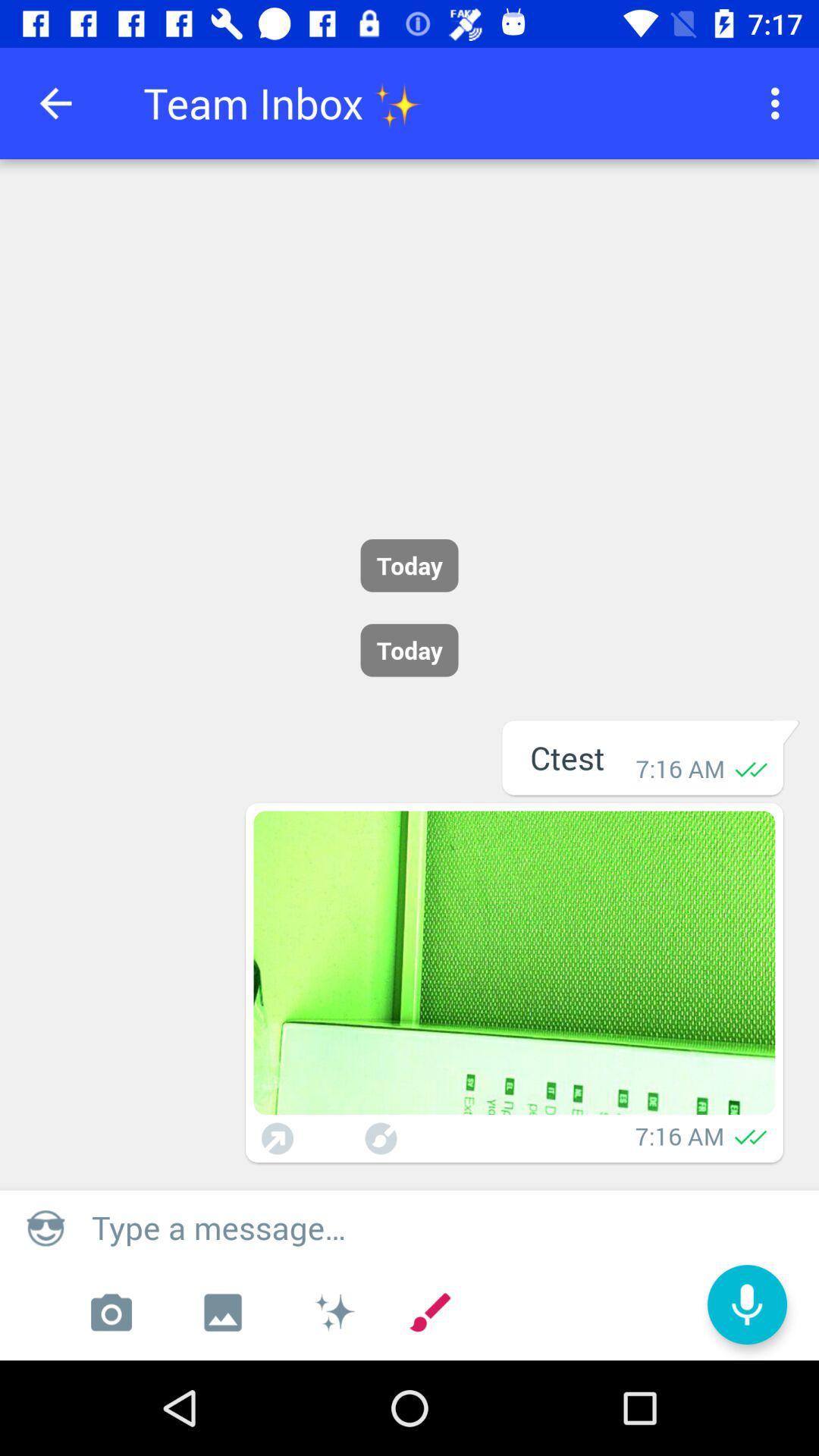  What do you see at coordinates (567, 758) in the screenshot?
I see `the text which says ctest` at bounding box center [567, 758].